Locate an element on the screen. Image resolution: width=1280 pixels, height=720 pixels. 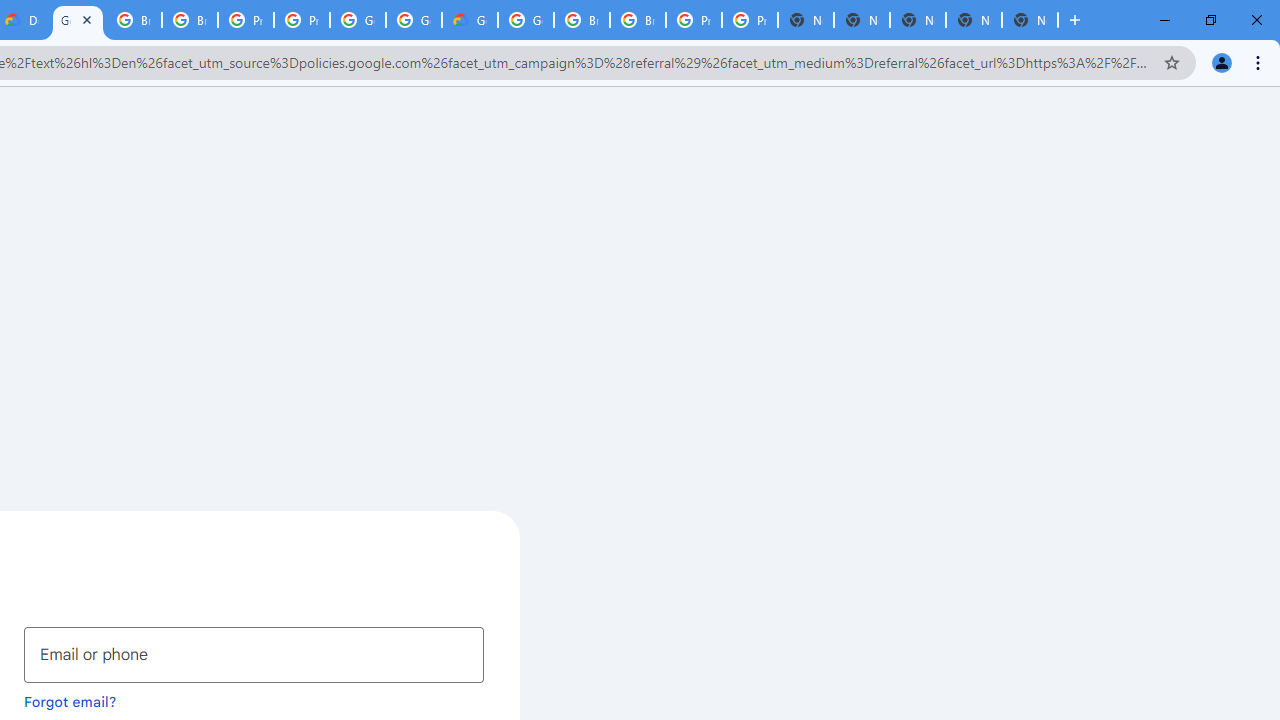
'Google Cloud Estimate Summary' is located at coordinates (468, 20).